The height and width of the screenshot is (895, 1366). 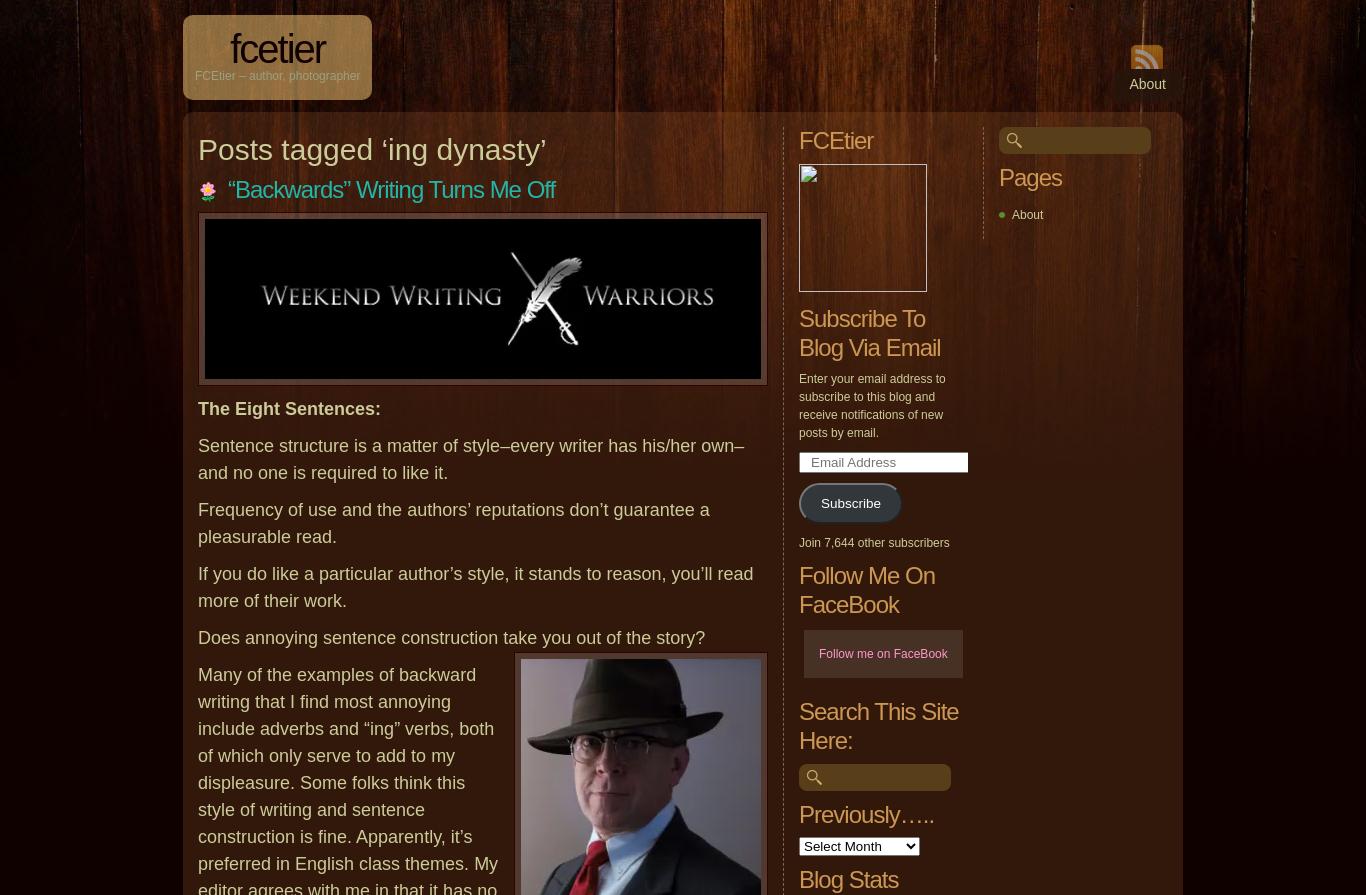 What do you see at coordinates (289, 409) in the screenshot?
I see `'The Eight Sentences:'` at bounding box center [289, 409].